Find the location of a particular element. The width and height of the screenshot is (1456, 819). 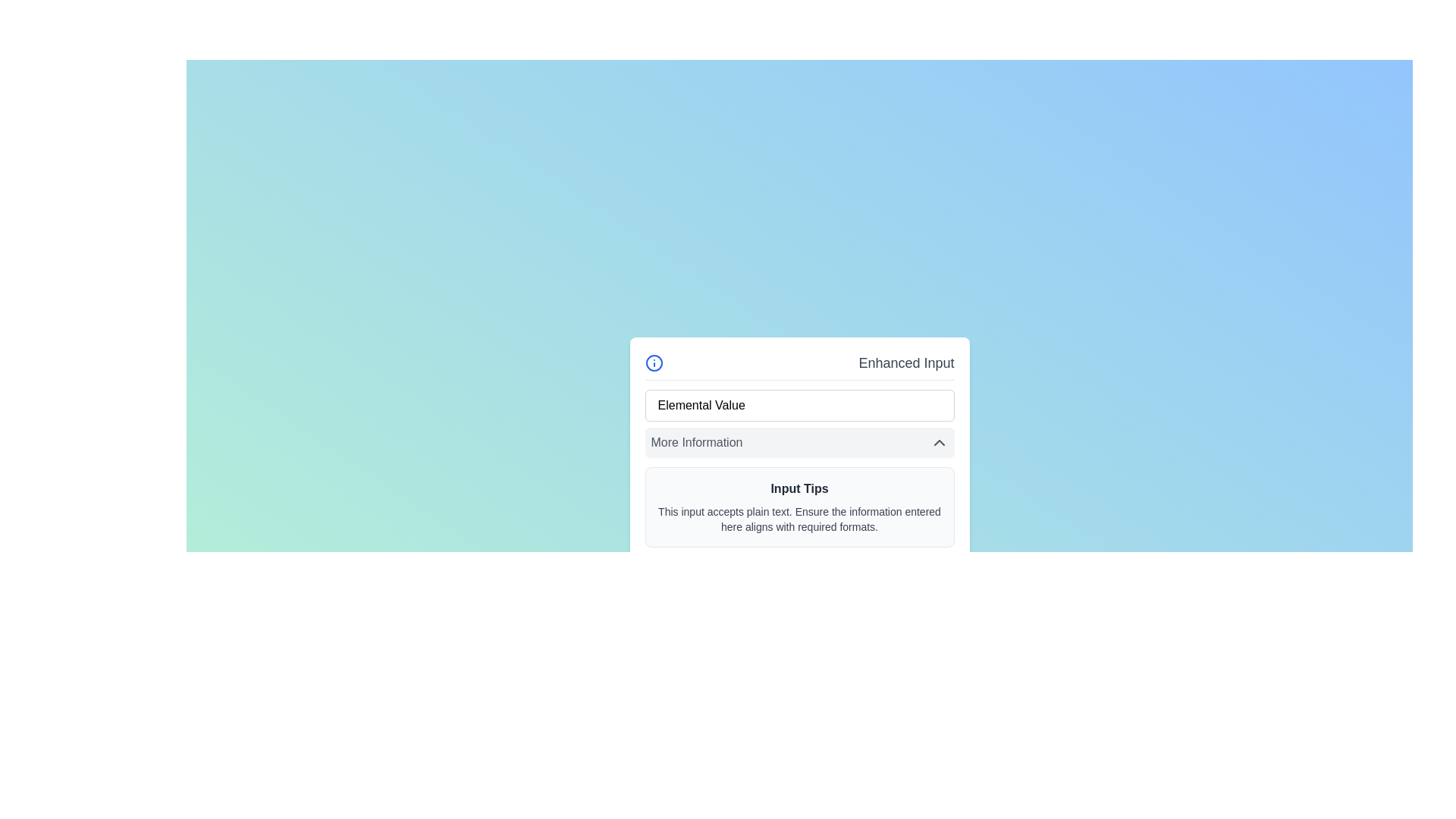

the chevron icon located in the 'More Information' section, which indicates collapsibility and is positioned next to the section's text label is located at coordinates (938, 442).